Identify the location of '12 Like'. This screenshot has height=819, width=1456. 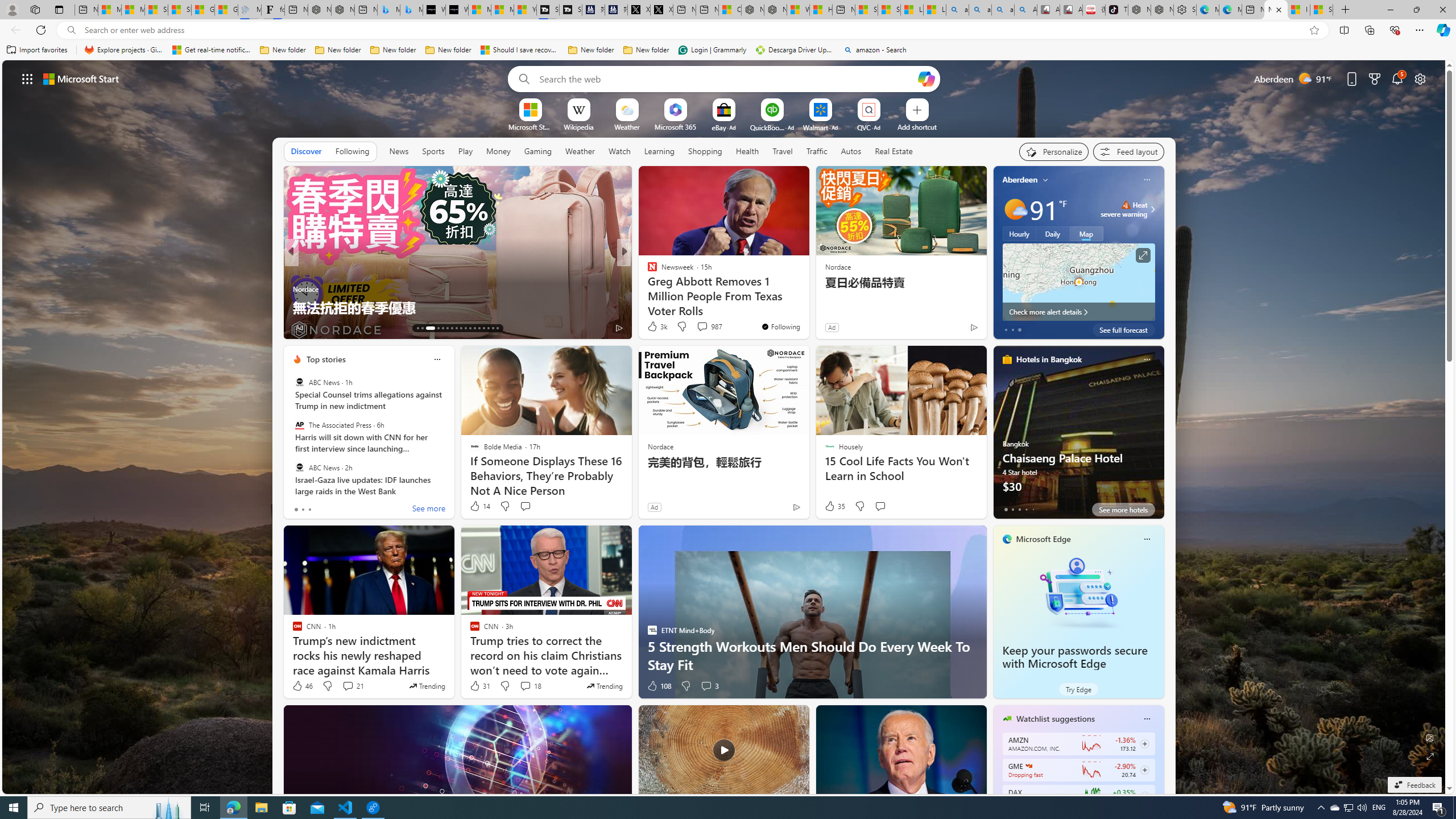
(652, 327).